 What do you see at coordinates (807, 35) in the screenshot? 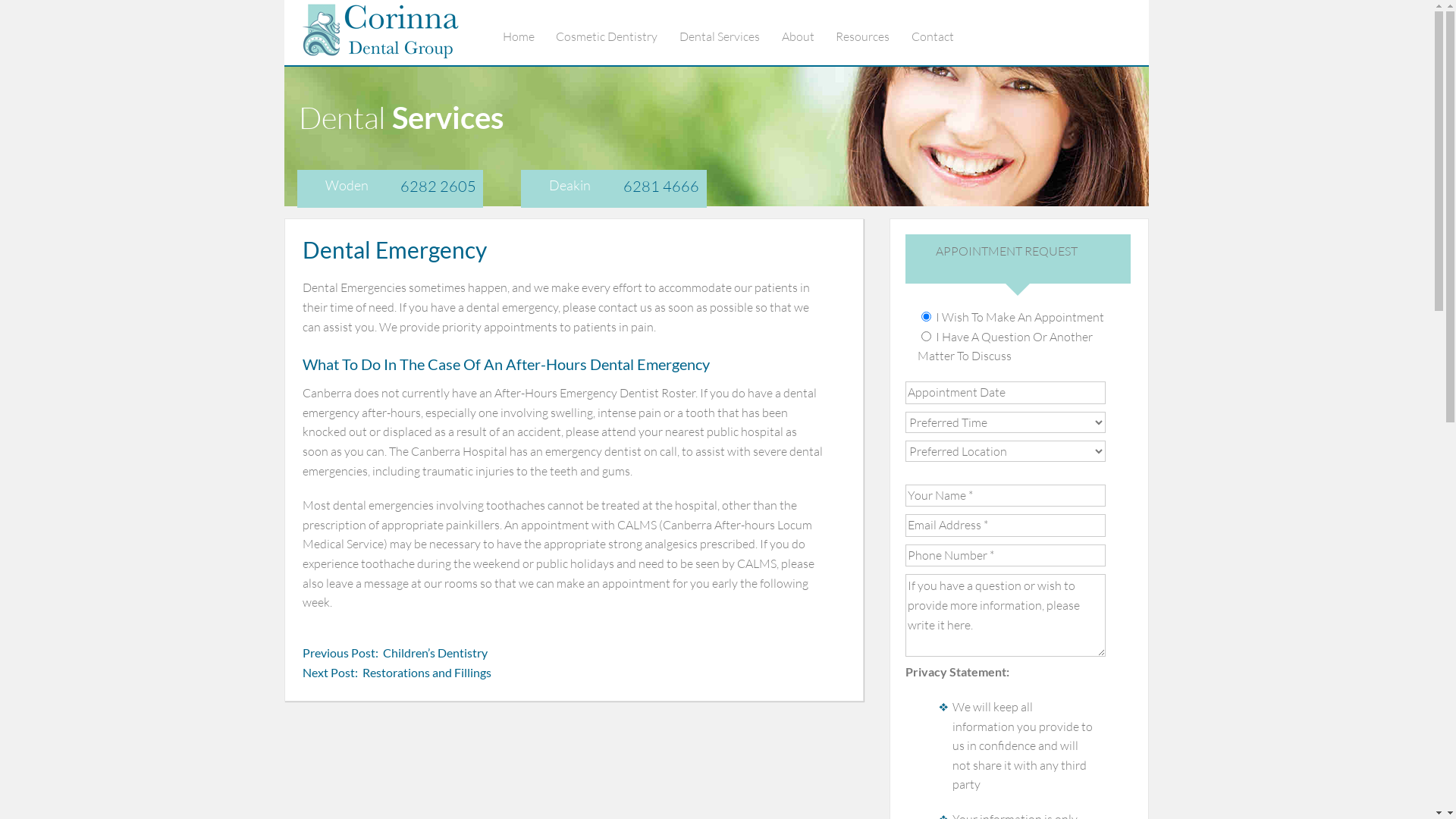
I see `'About'` at bounding box center [807, 35].